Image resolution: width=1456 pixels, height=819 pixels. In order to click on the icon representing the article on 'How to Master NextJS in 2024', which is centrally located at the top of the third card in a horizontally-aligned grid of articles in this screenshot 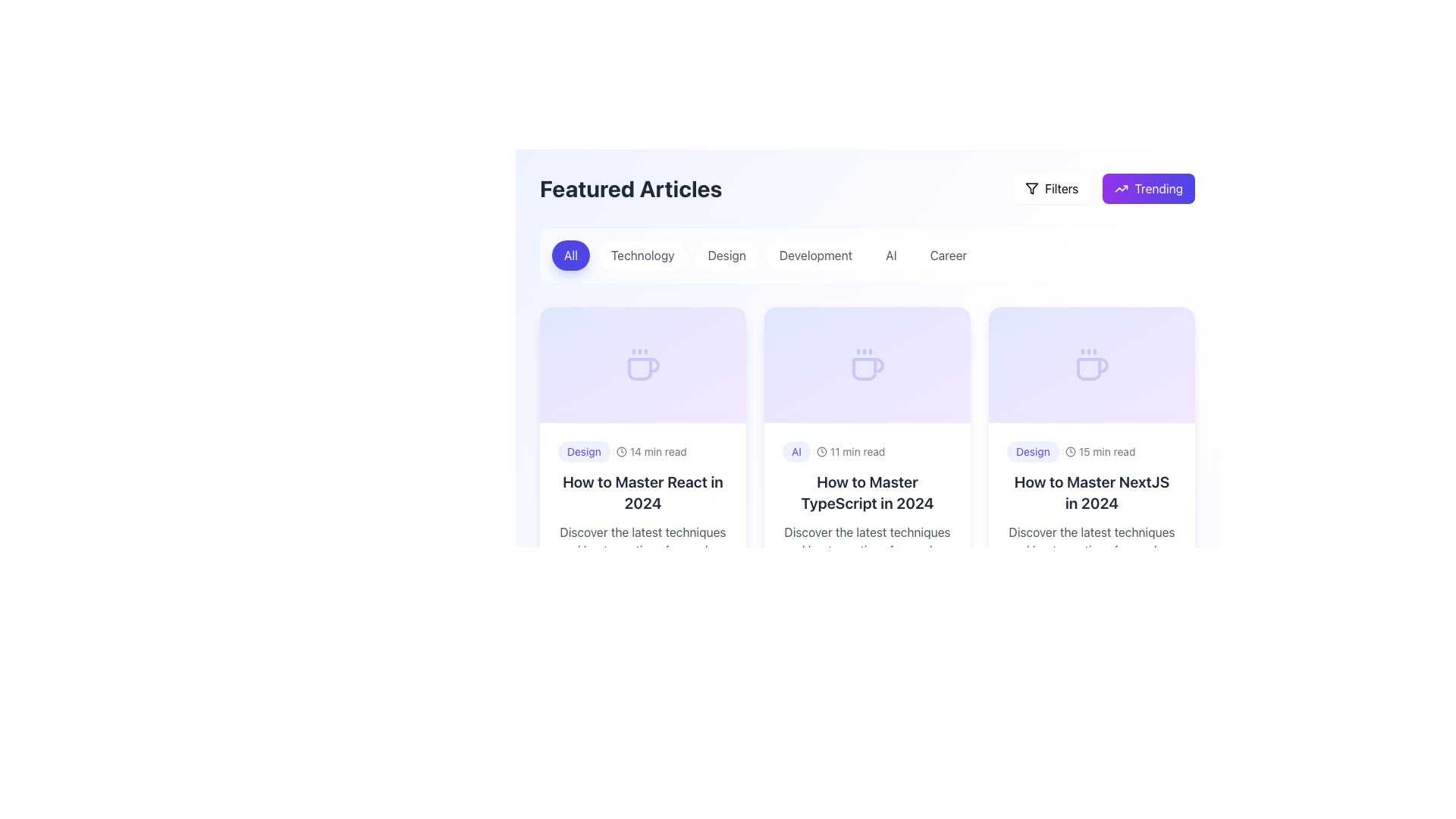, I will do `click(1092, 365)`.